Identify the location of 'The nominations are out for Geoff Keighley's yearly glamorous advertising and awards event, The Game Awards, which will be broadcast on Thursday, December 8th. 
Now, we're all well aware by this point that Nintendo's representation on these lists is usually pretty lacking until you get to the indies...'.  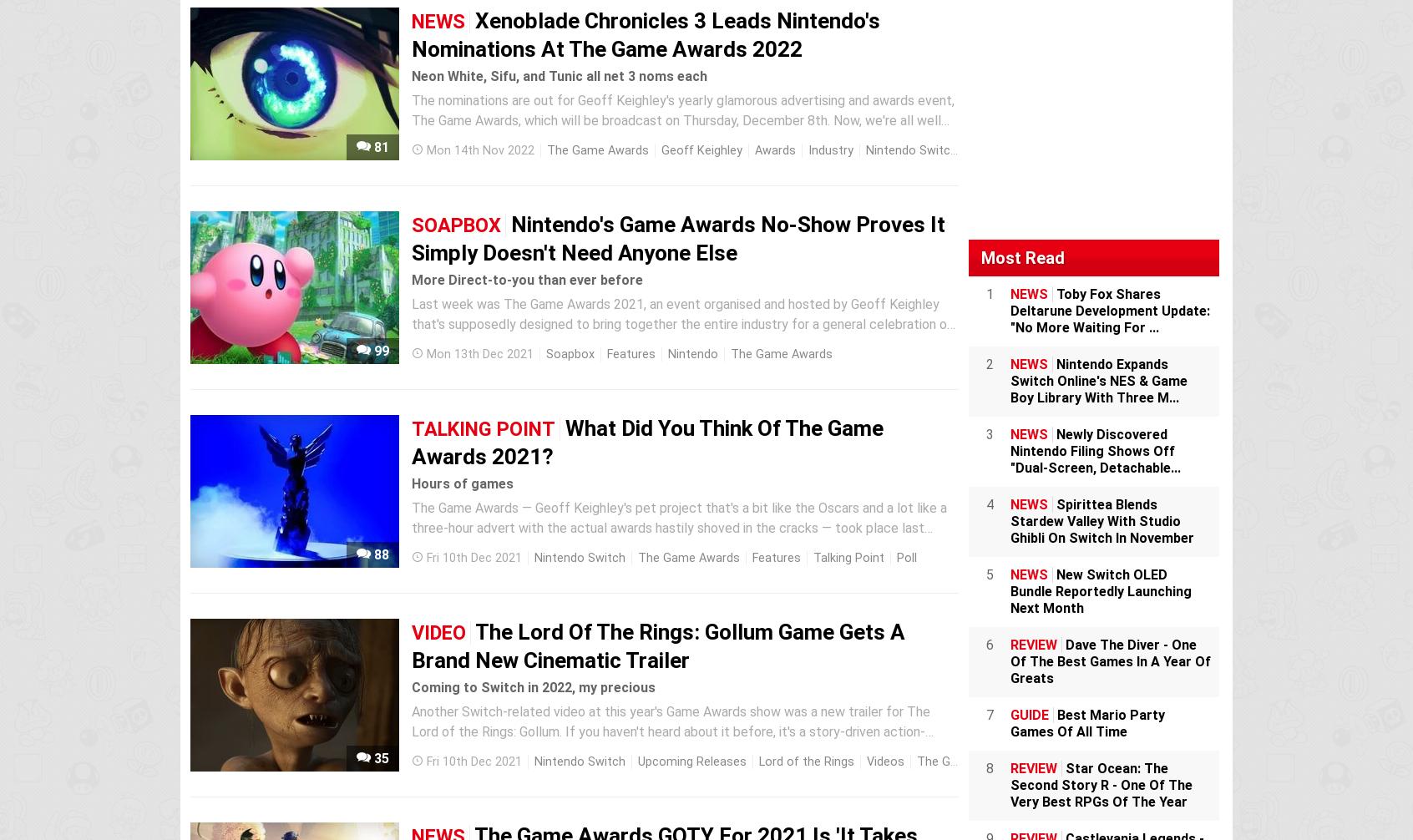
(685, 130).